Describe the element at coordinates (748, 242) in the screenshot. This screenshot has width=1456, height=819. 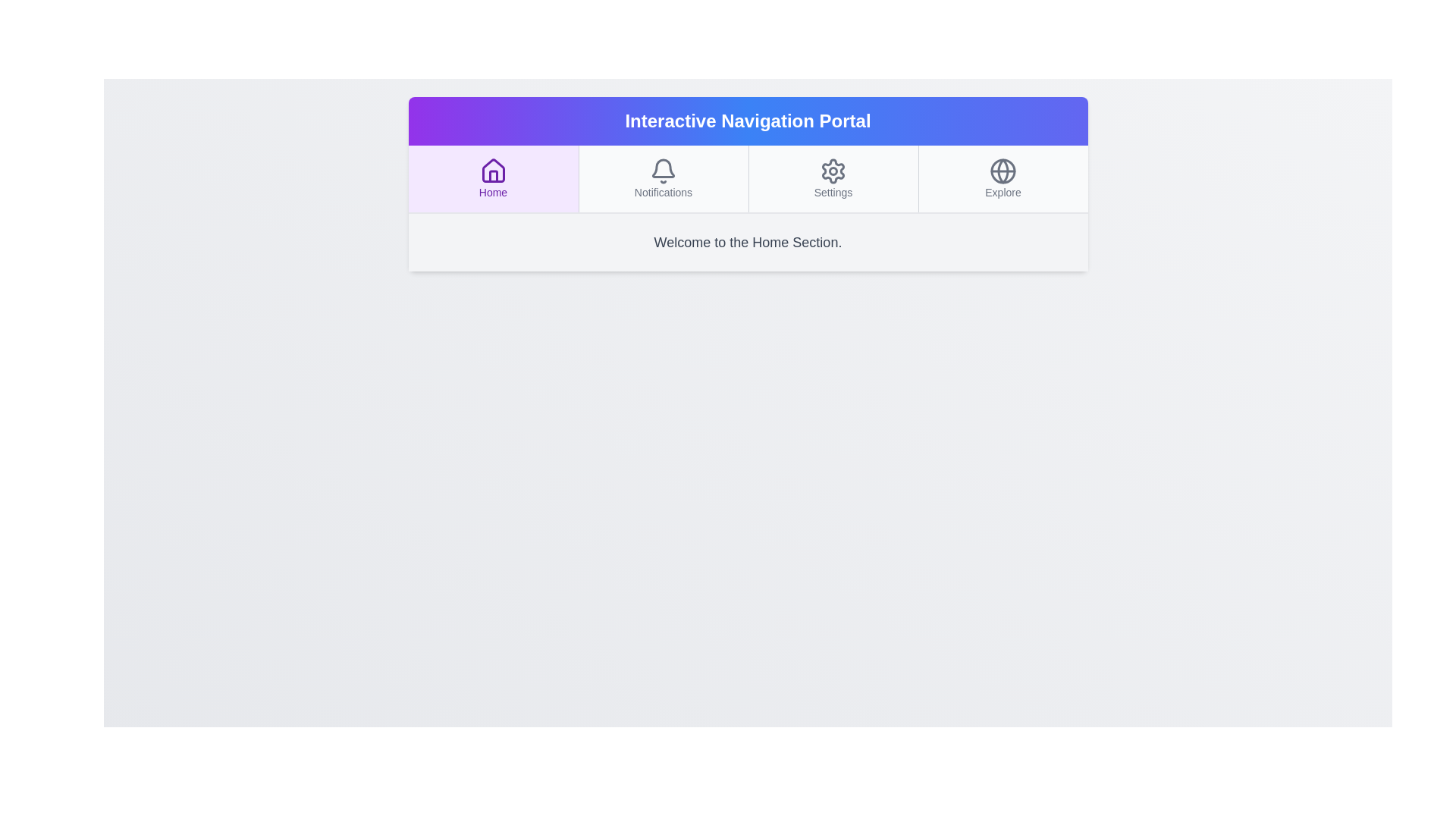
I see `welcome message displayed as static text, which is centrally positioned below the navigation bar in the main area of the webpage` at that location.